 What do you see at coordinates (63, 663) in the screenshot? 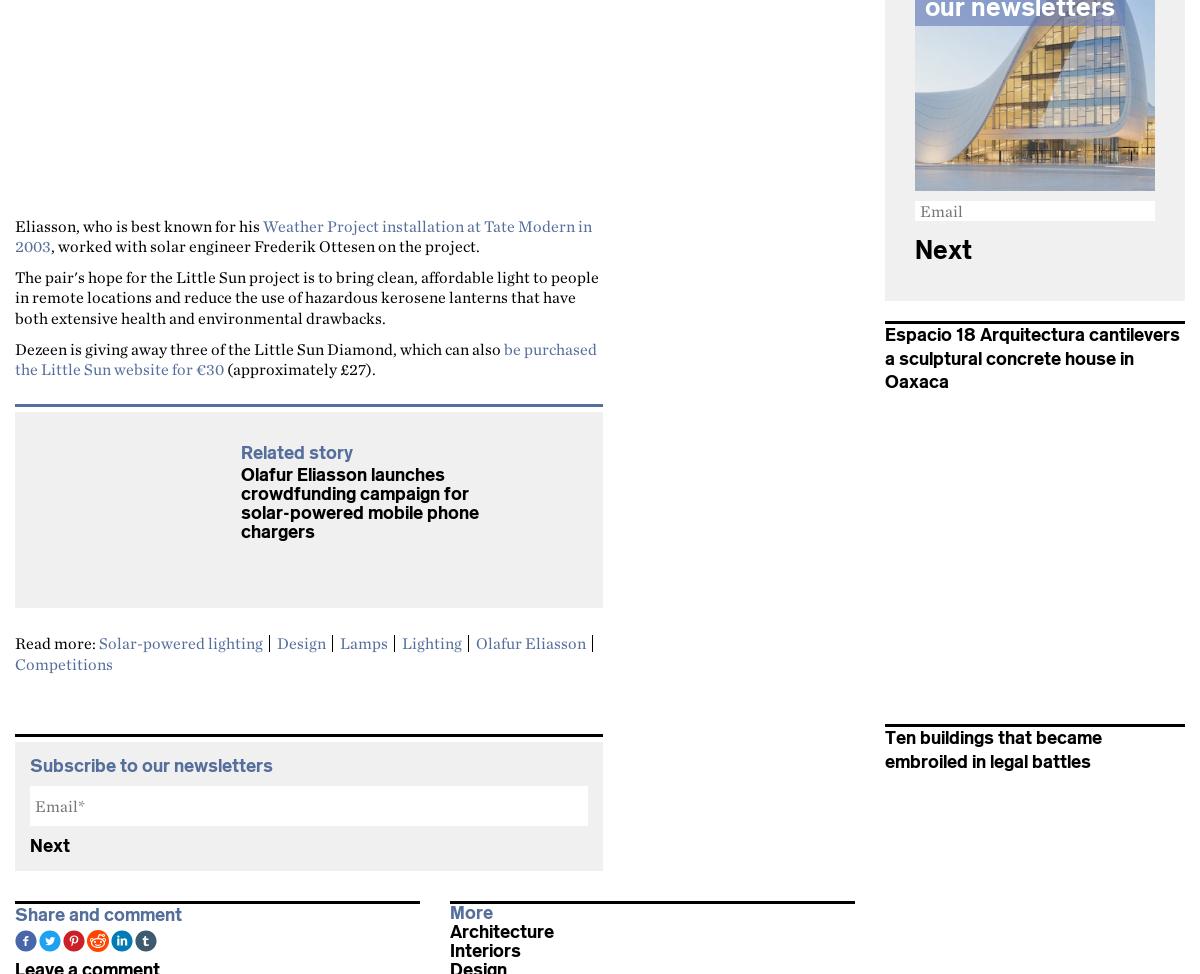
I see `'Competitions'` at bounding box center [63, 663].